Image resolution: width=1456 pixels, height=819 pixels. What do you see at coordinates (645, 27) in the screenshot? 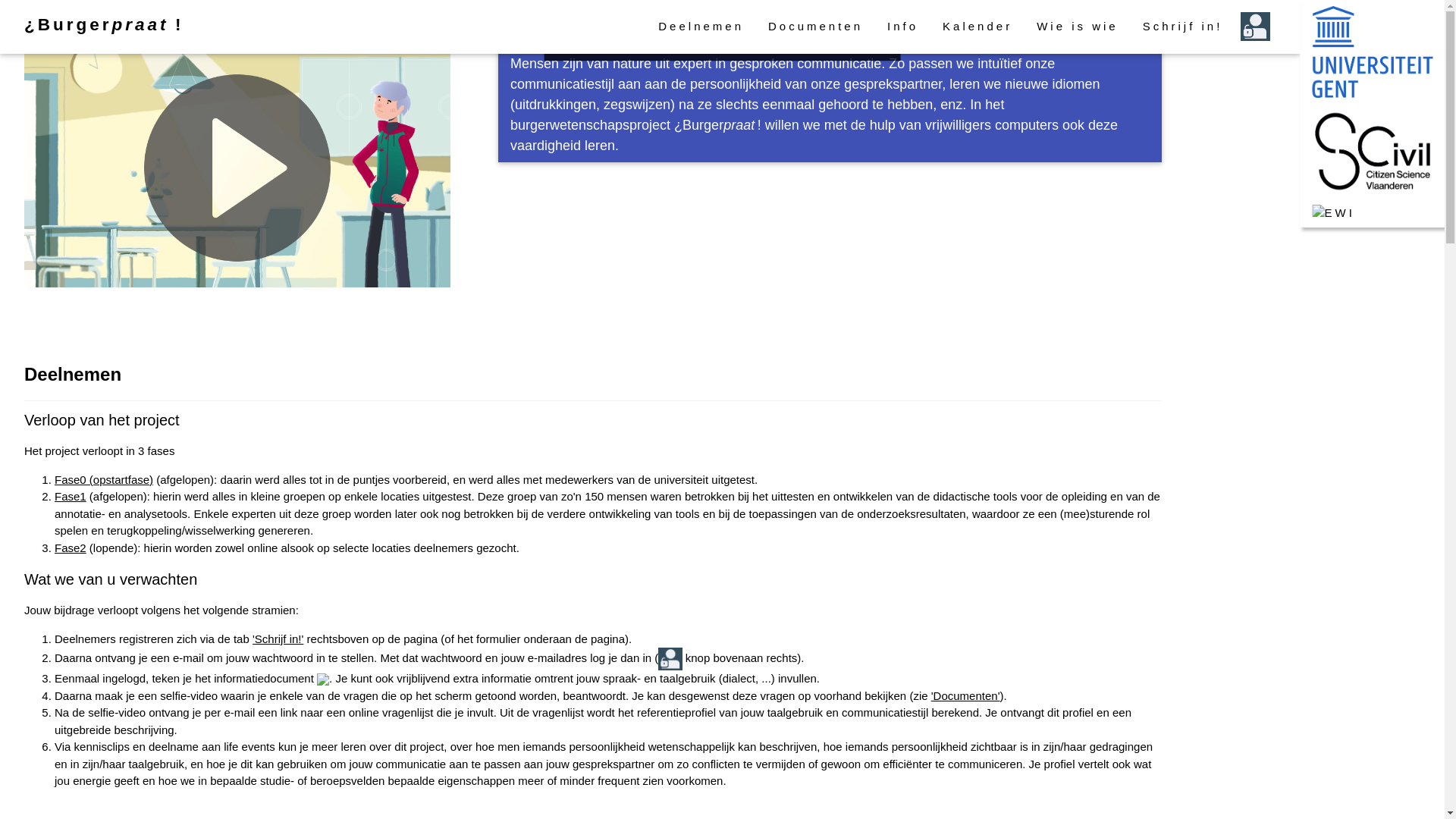
I see `'Deelnemen'` at bounding box center [645, 27].